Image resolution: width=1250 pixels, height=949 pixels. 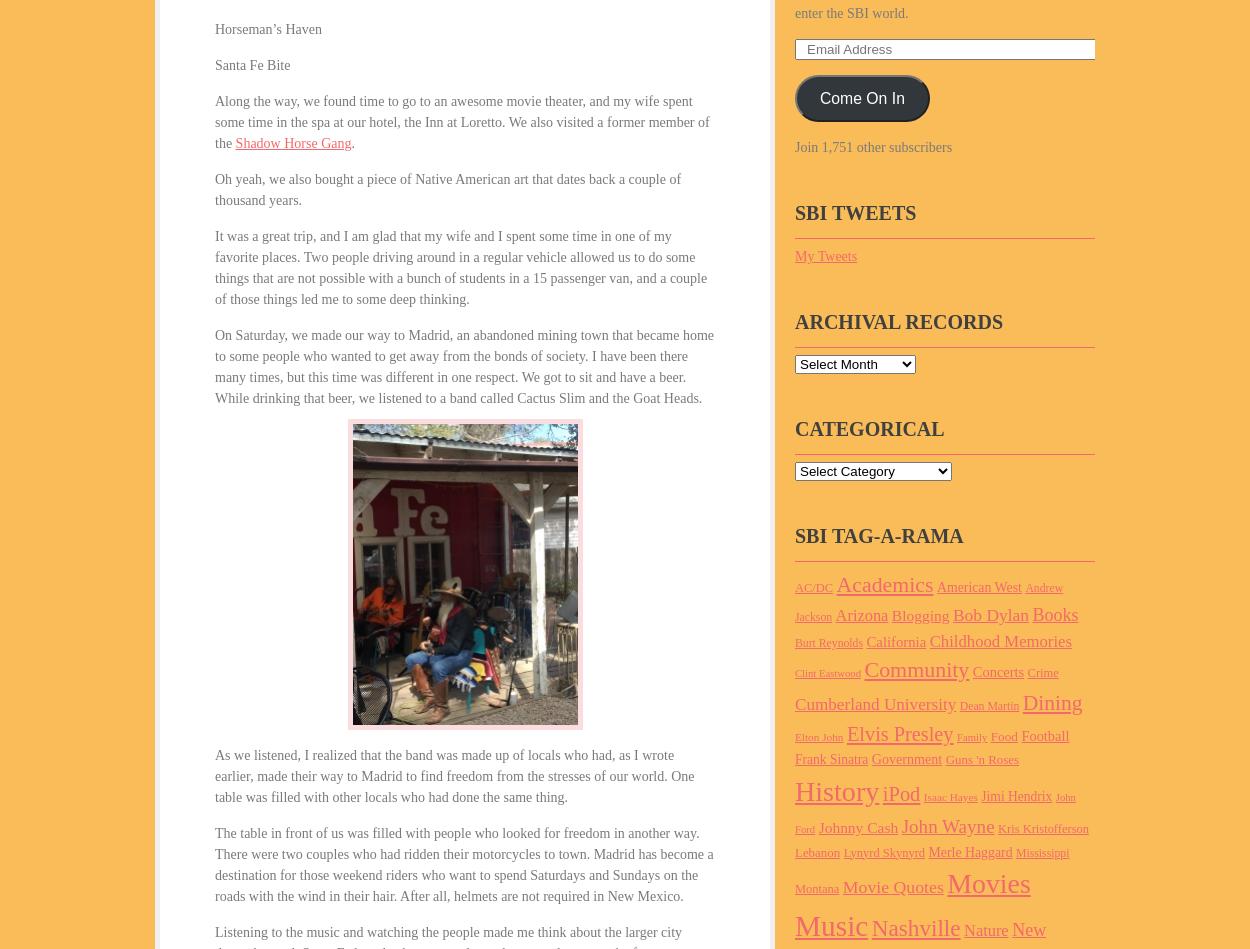 I want to click on 'Montana', so click(x=795, y=888).